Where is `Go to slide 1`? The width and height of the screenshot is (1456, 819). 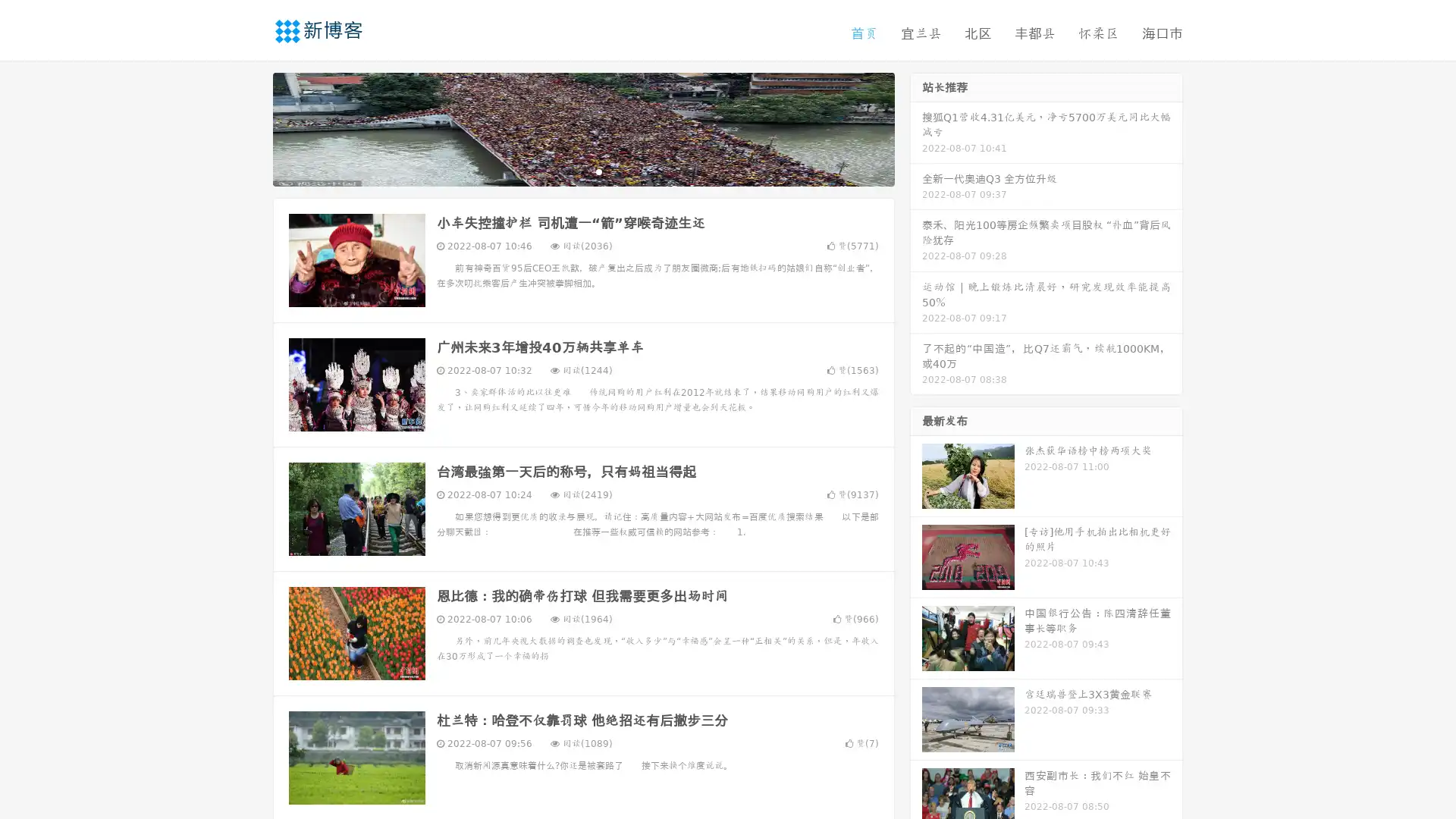 Go to slide 1 is located at coordinates (567, 171).